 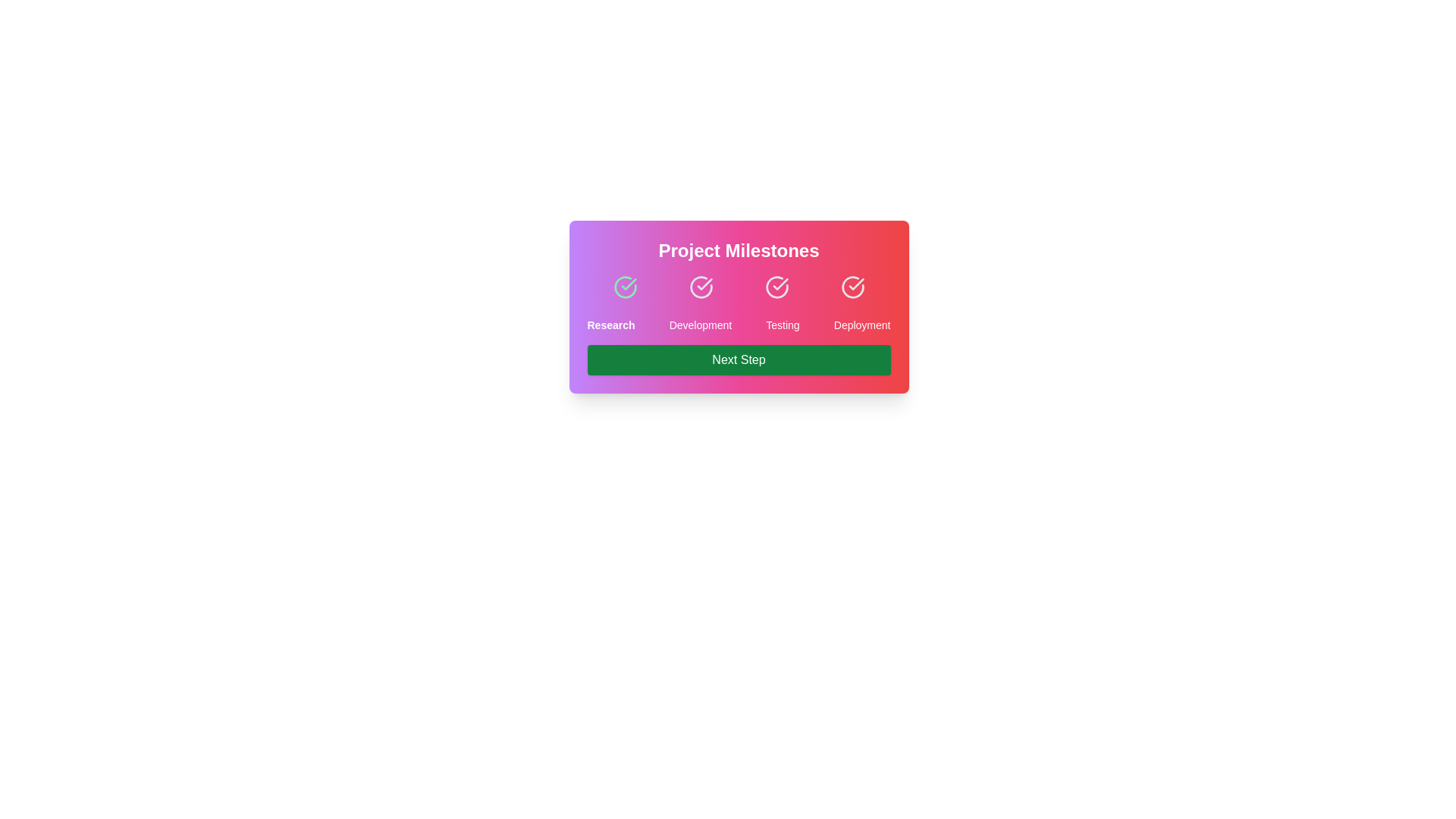 What do you see at coordinates (700, 287) in the screenshot?
I see `the circular checkmark icon, which is the second icon in a group of four representing project milestones, styled in gray with a minimalist design` at bounding box center [700, 287].